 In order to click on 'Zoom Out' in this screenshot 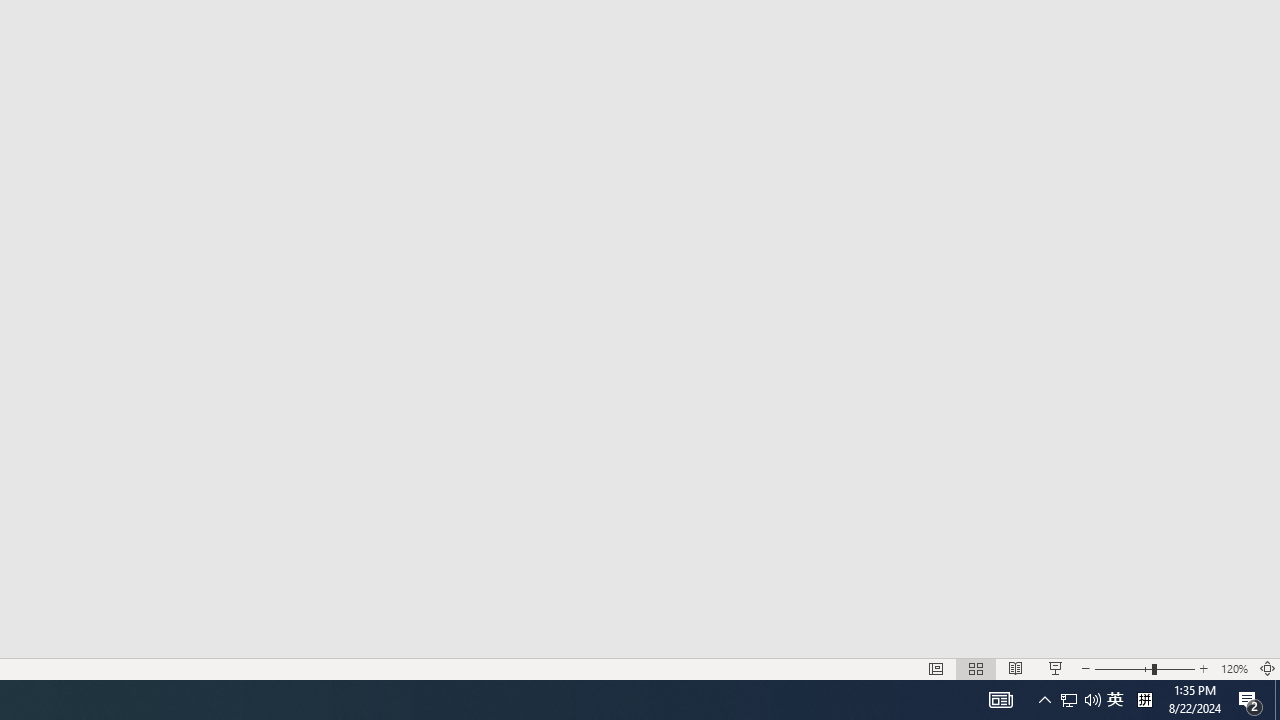, I will do `click(1123, 669)`.